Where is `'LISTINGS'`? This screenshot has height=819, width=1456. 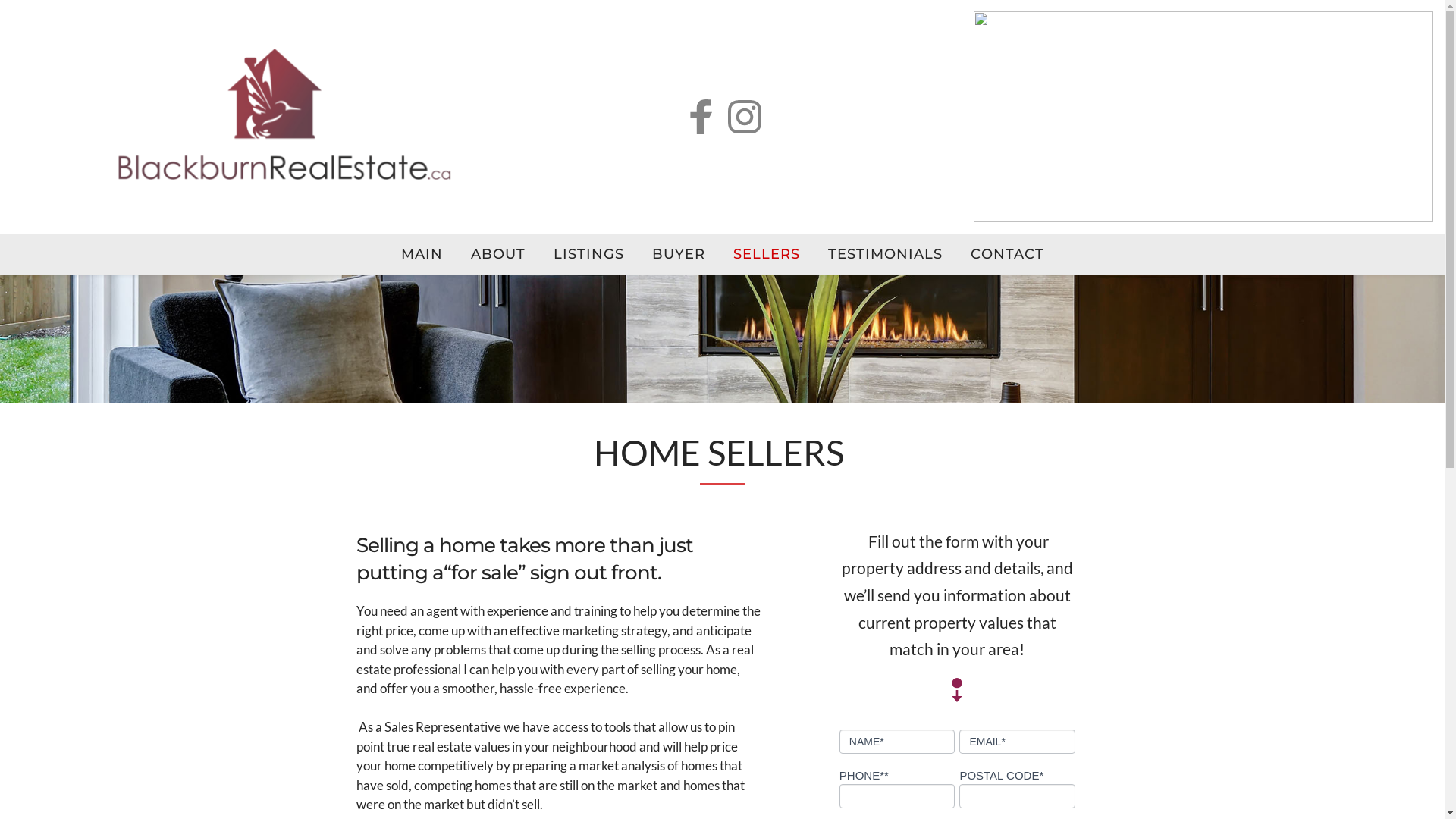 'LISTINGS' is located at coordinates (587, 253).